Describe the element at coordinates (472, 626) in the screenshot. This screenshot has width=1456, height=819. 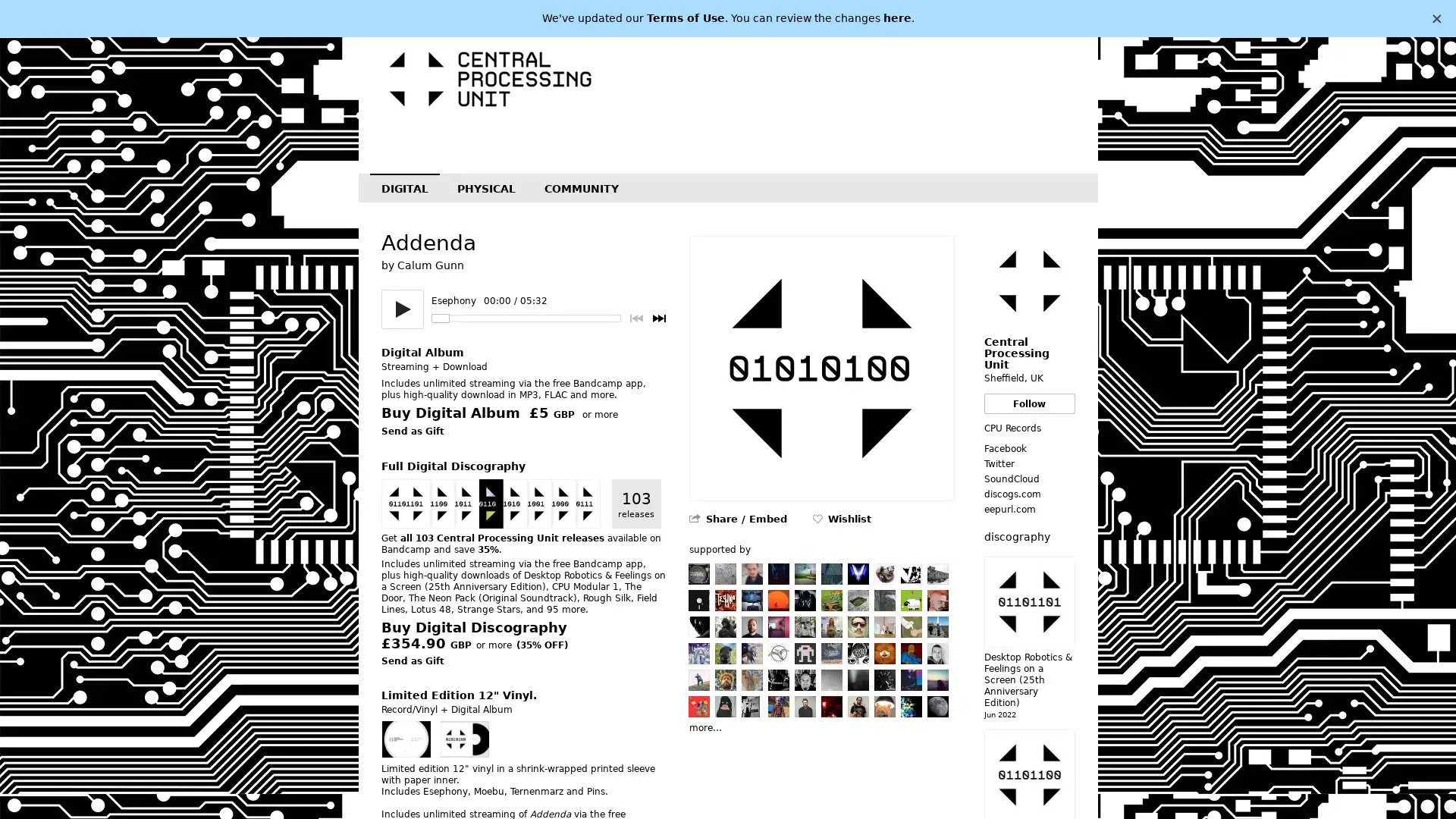
I see `Buy Digital Discography` at that location.